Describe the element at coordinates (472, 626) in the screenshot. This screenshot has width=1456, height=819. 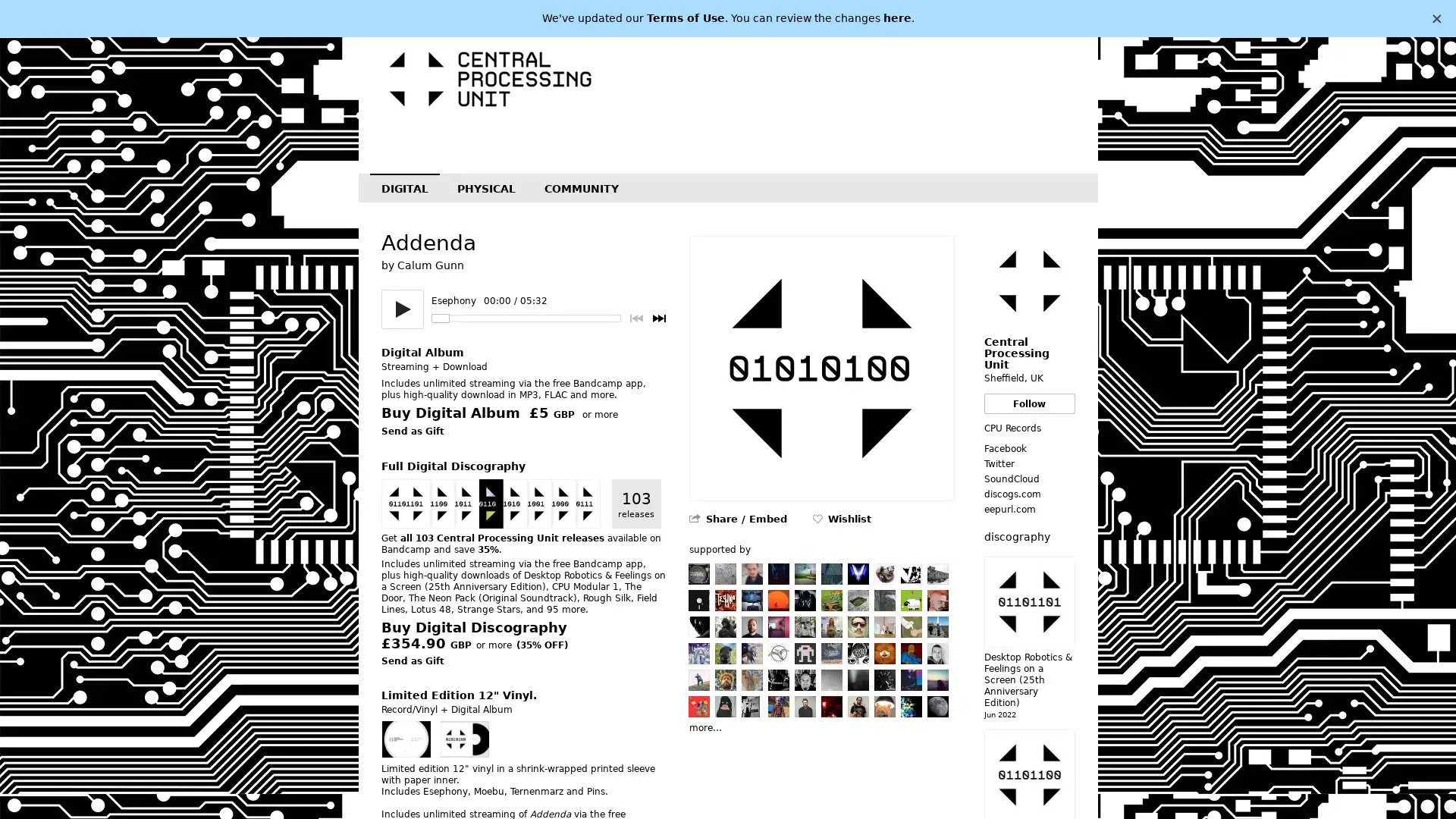
I see `Buy Digital Discography` at that location.